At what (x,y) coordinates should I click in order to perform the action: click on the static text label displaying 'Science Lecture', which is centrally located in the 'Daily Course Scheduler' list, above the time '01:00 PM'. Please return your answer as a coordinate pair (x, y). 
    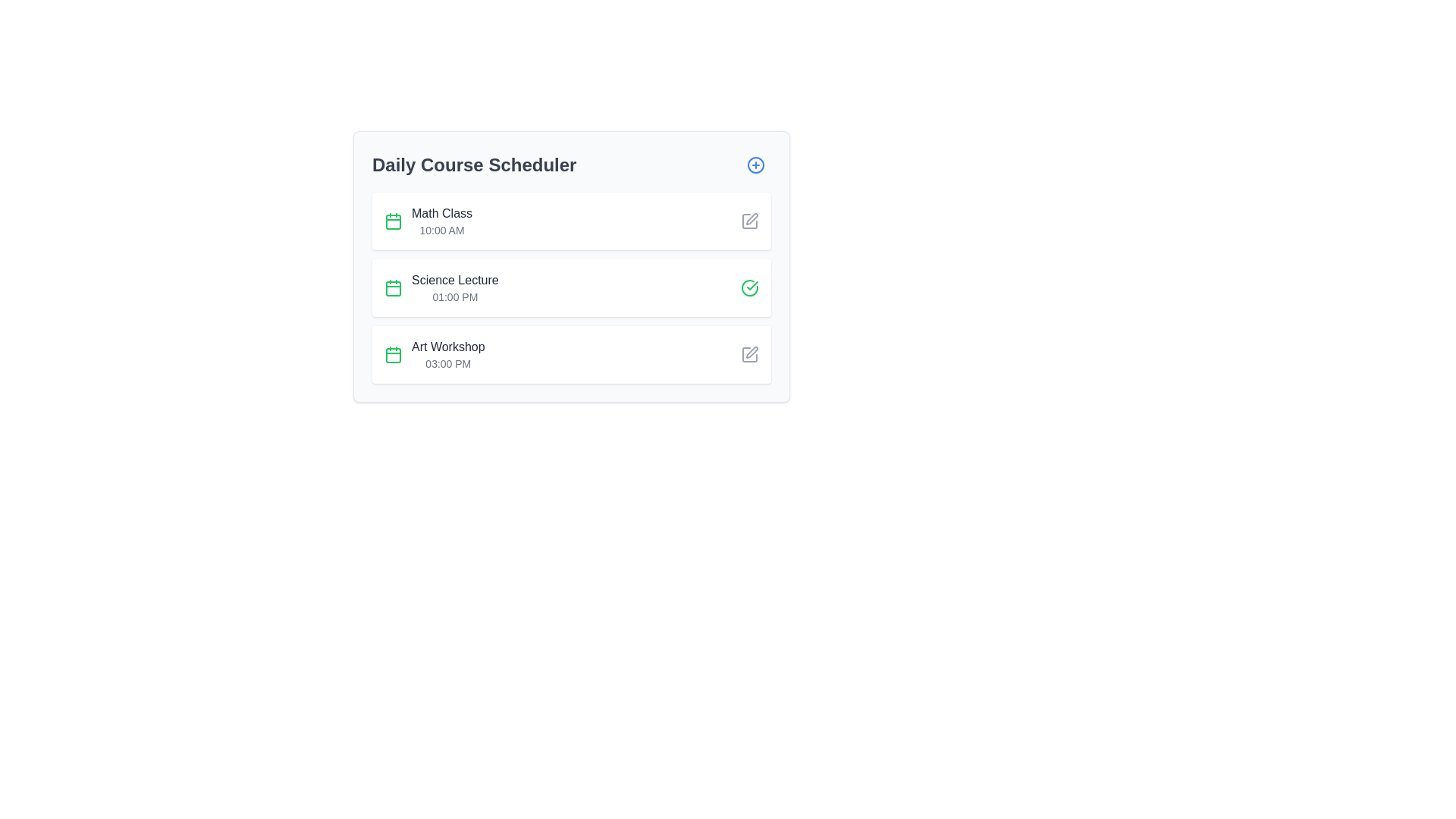
    Looking at the image, I should click on (454, 281).